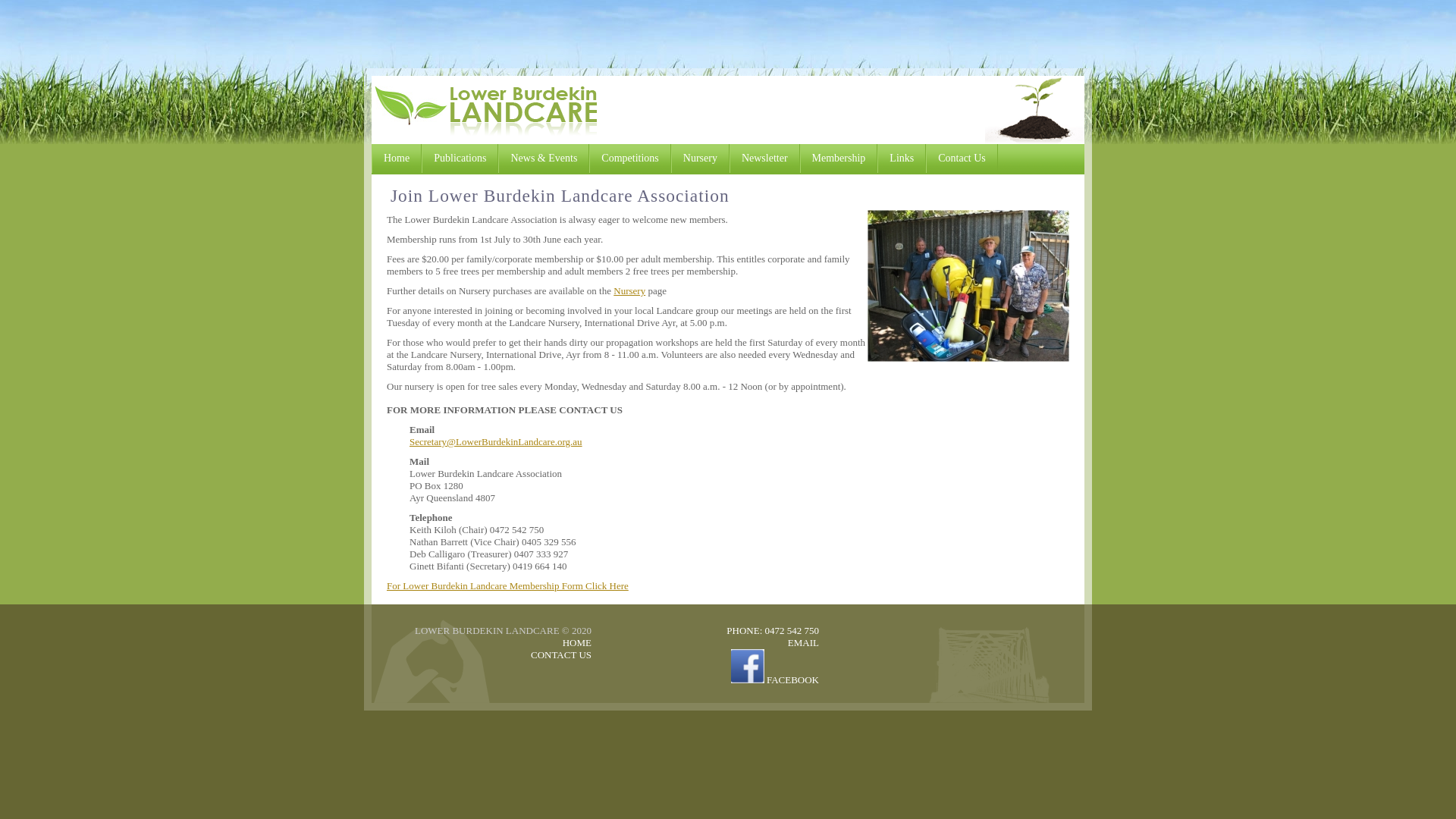 This screenshot has width=1456, height=819. What do you see at coordinates (459, 158) in the screenshot?
I see `'Publications'` at bounding box center [459, 158].